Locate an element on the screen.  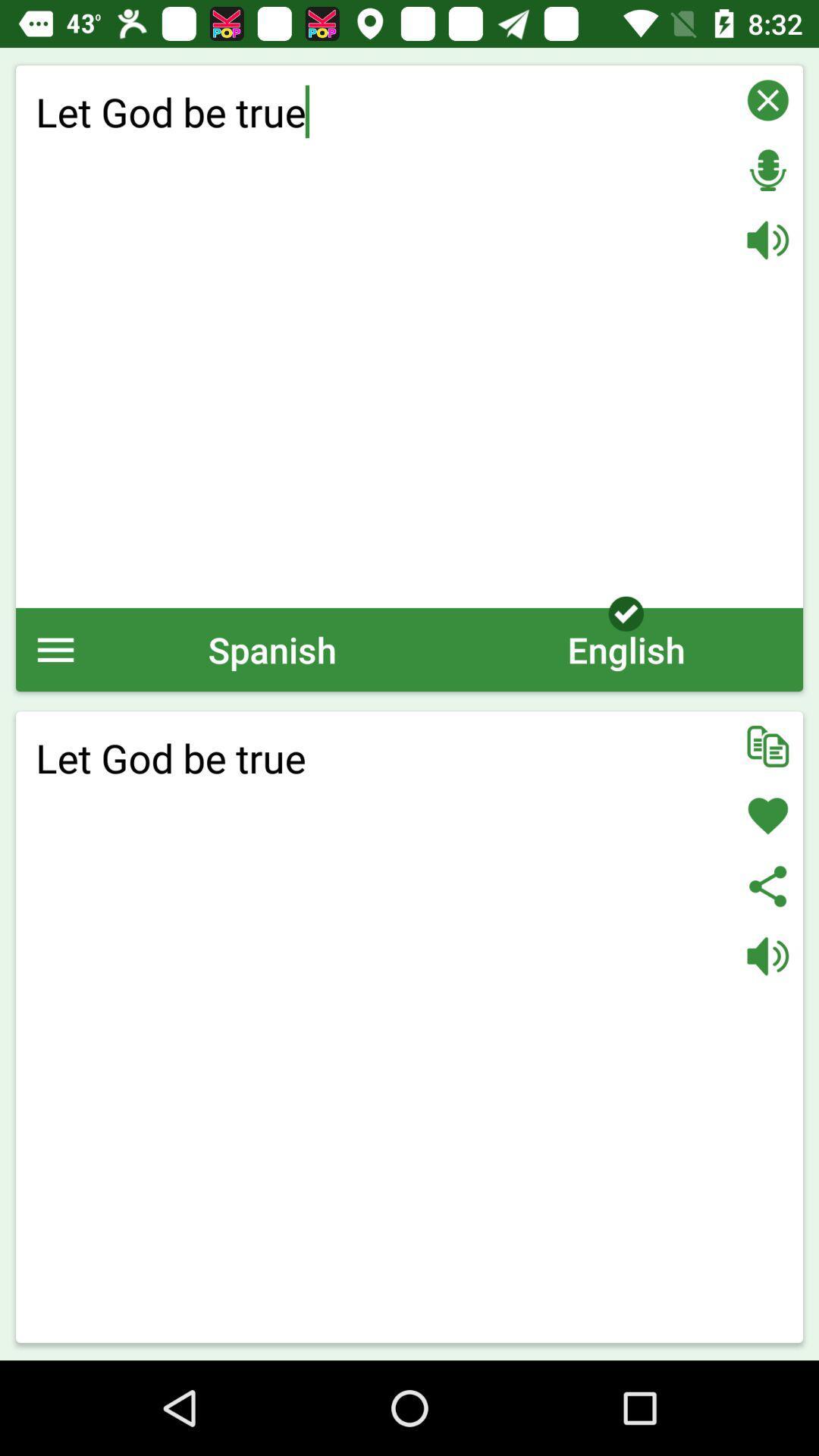
the icon to the right of spanish icon is located at coordinates (626, 649).